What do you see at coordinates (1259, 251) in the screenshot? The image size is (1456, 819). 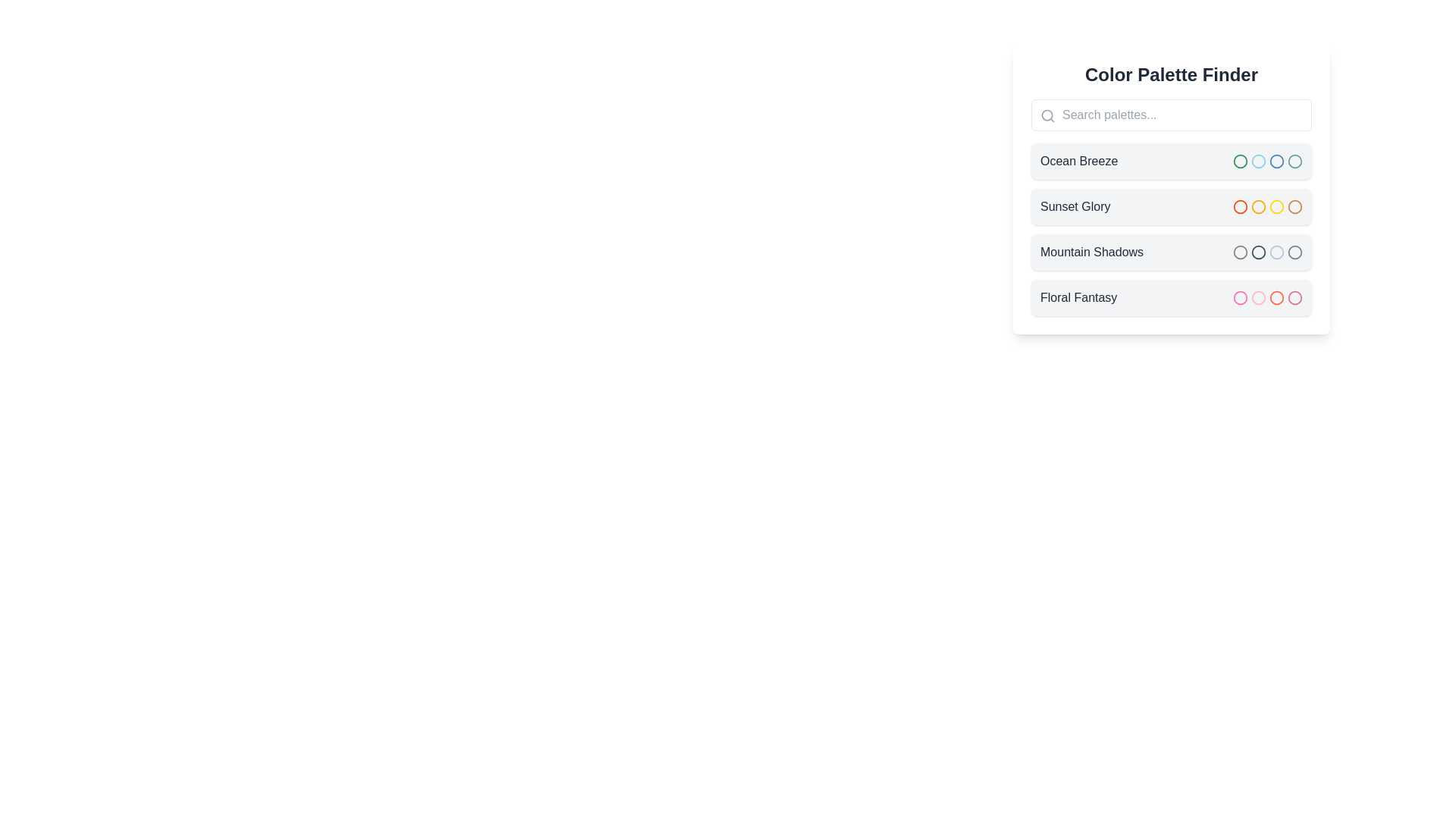 I see `the third circle in the 'Mountain Shadows' color palette, which serves as a visual indicator for a color choice` at bounding box center [1259, 251].